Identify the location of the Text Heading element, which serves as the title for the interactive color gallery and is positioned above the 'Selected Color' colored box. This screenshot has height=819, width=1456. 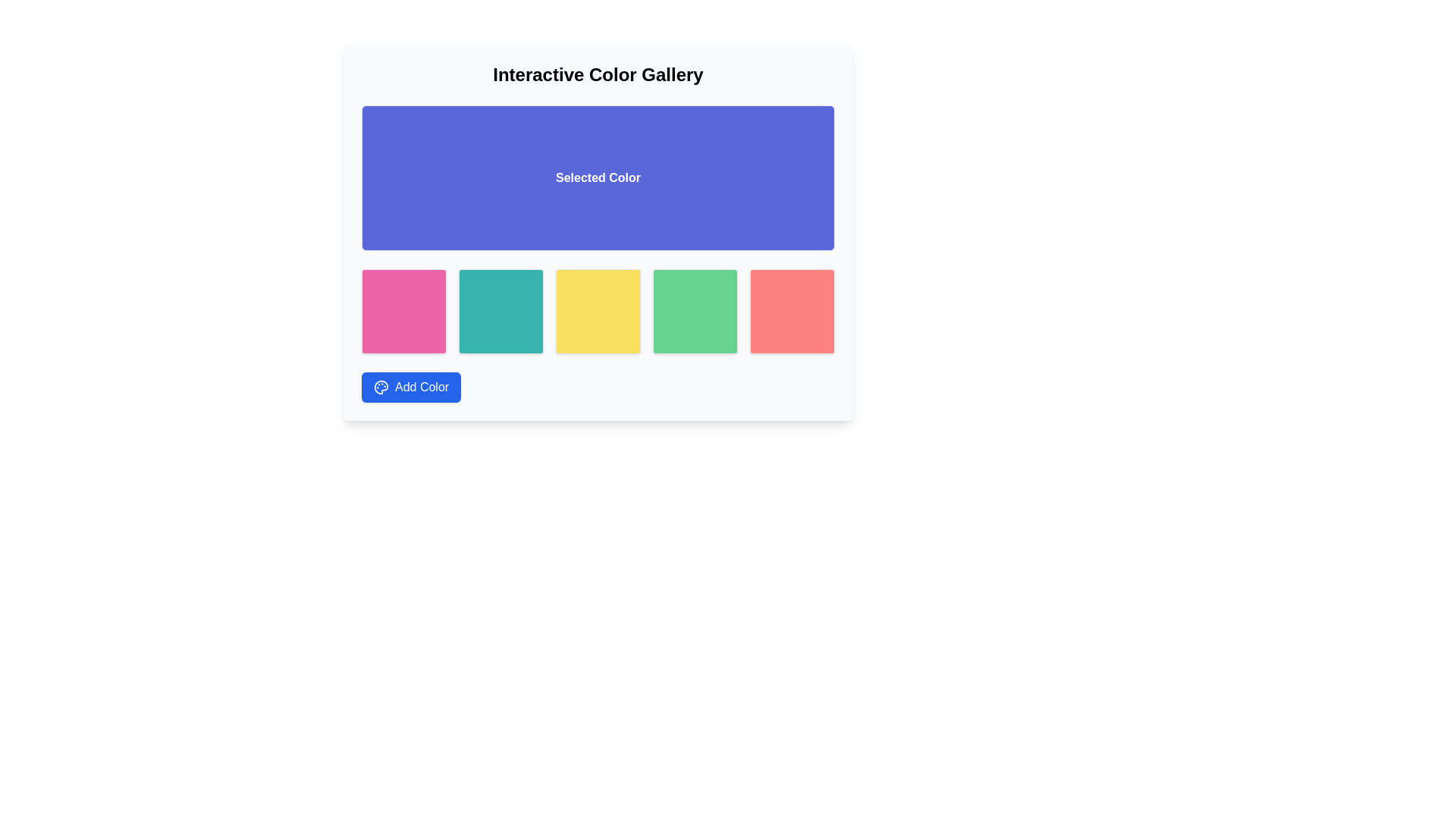
(597, 75).